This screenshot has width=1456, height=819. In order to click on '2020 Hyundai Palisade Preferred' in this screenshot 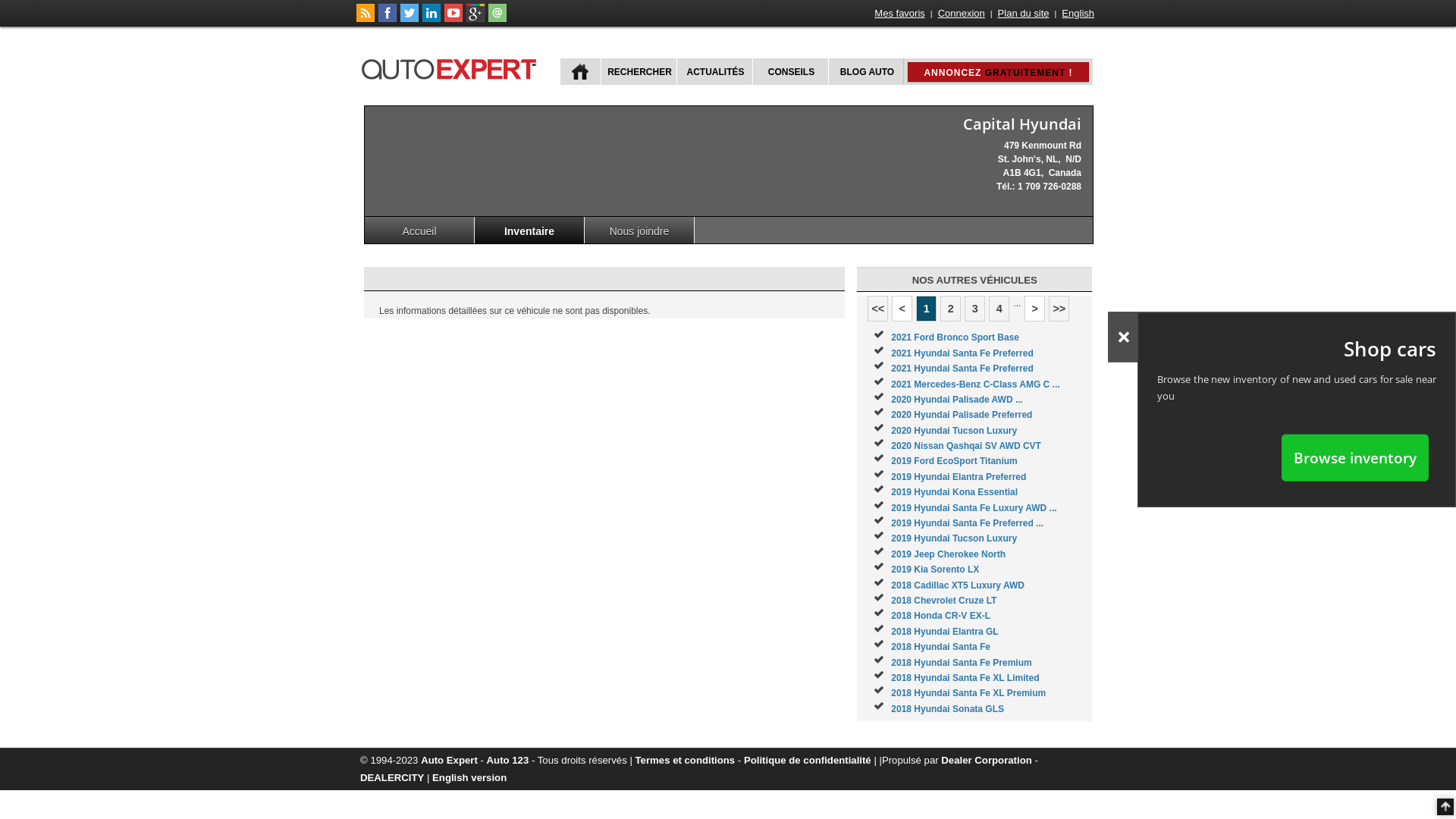, I will do `click(960, 415)`.